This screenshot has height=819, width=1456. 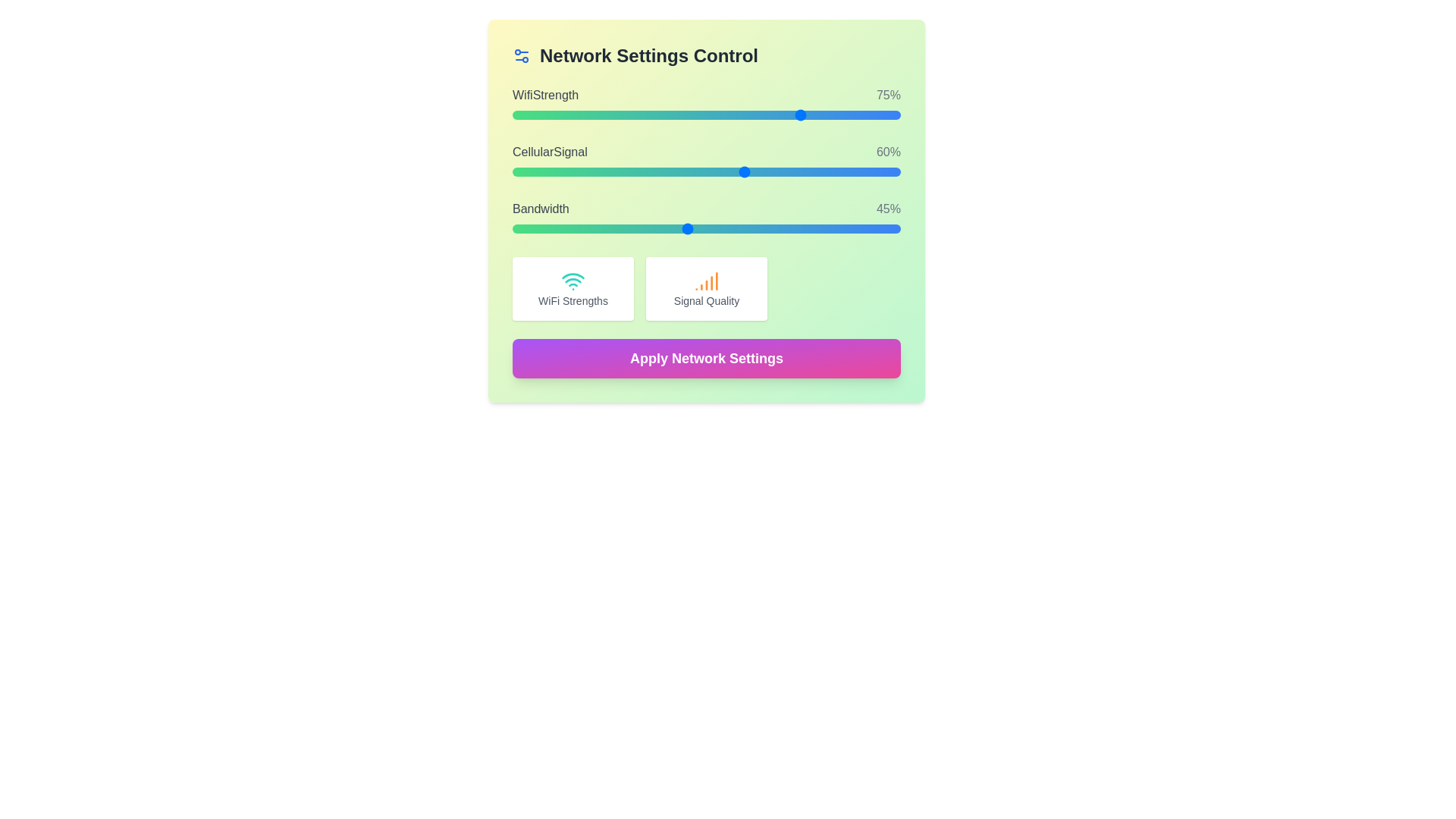 What do you see at coordinates (780, 228) in the screenshot?
I see `the Bandwidth slider` at bounding box center [780, 228].